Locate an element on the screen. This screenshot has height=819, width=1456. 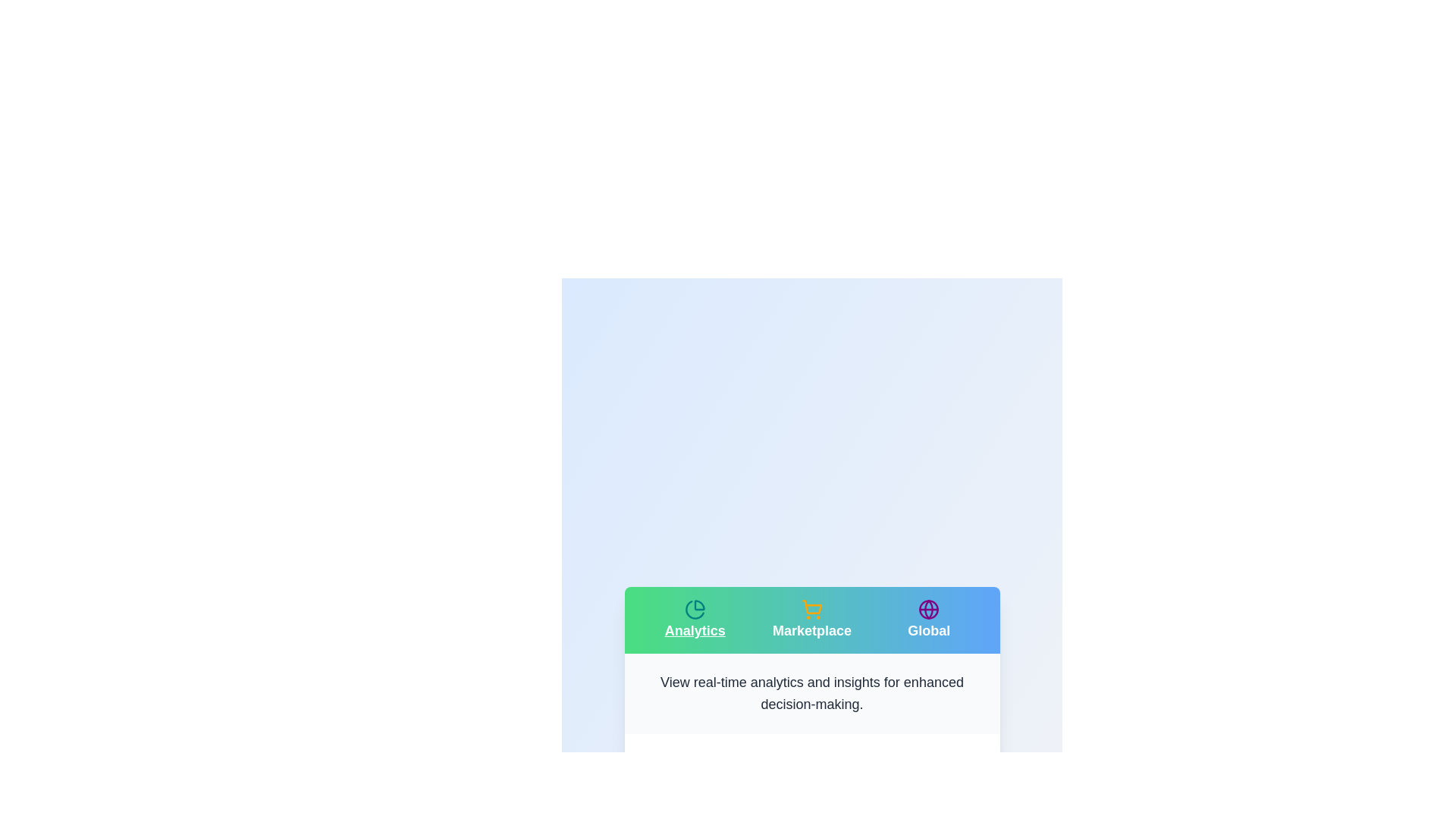
the Marketplace tab to navigate to its section is located at coordinates (811, 620).